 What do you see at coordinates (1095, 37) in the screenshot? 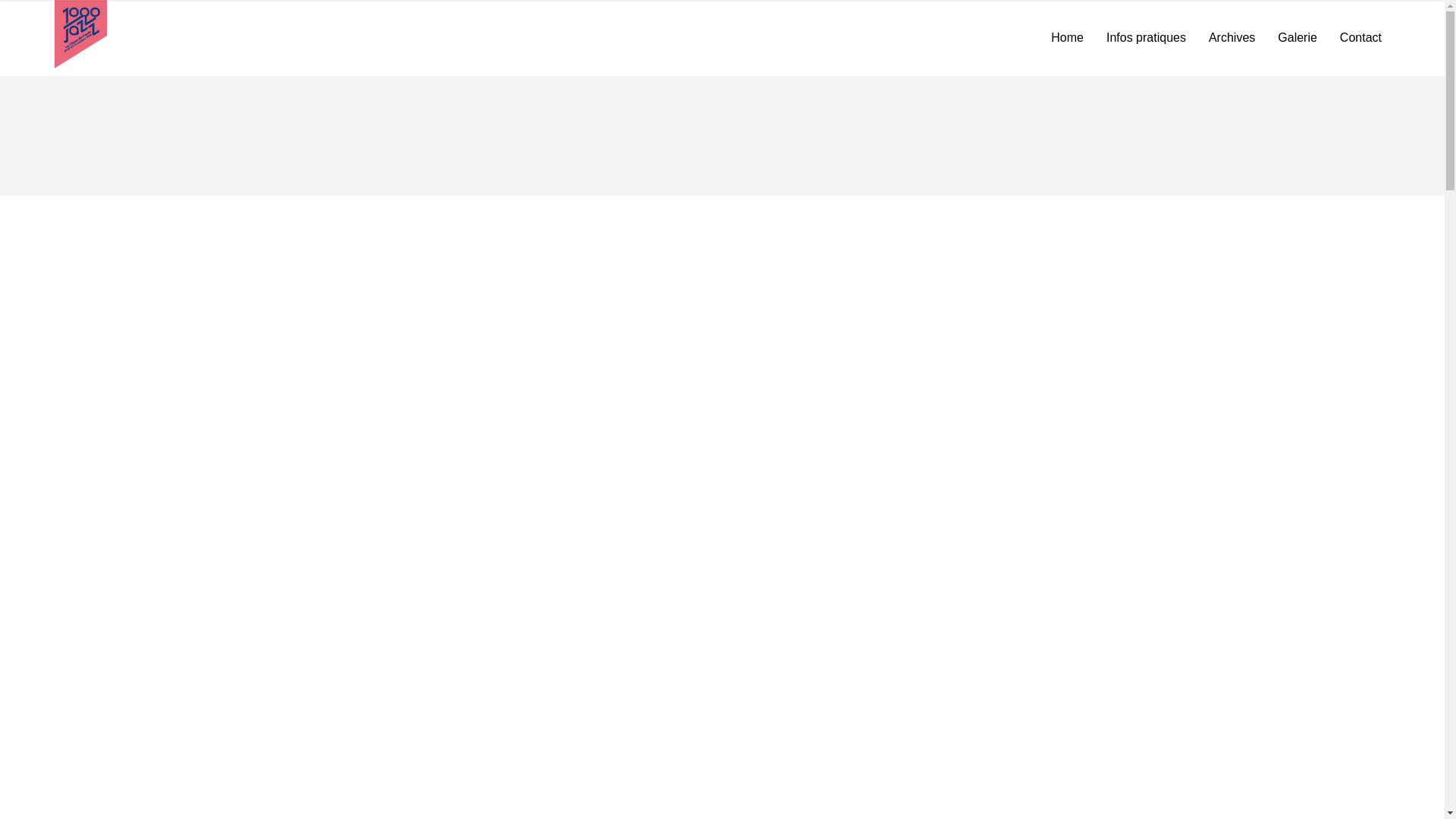
I see `'Infos pratiques'` at bounding box center [1095, 37].